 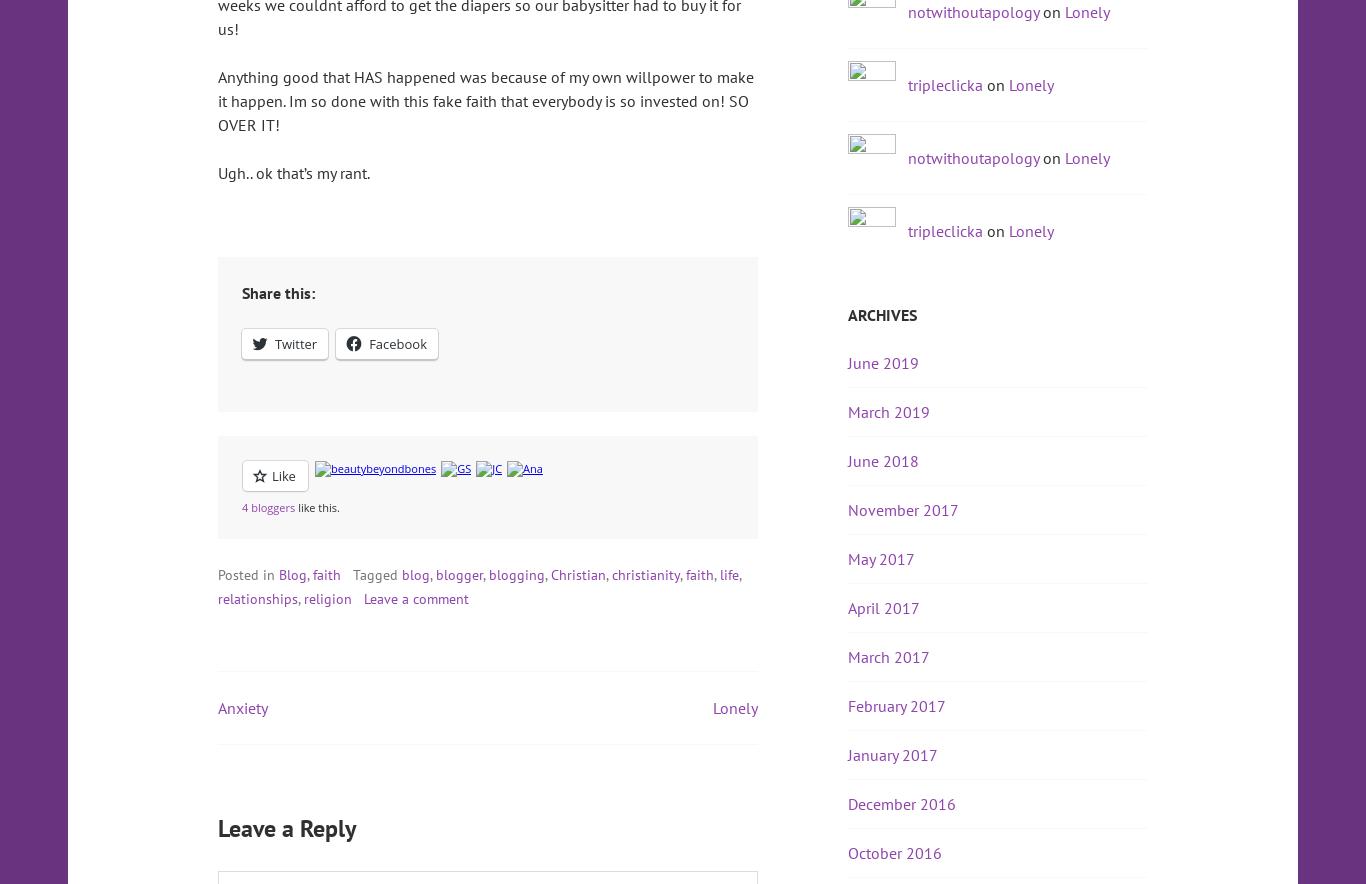 What do you see at coordinates (397, 342) in the screenshot?
I see `'Facebook'` at bounding box center [397, 342].